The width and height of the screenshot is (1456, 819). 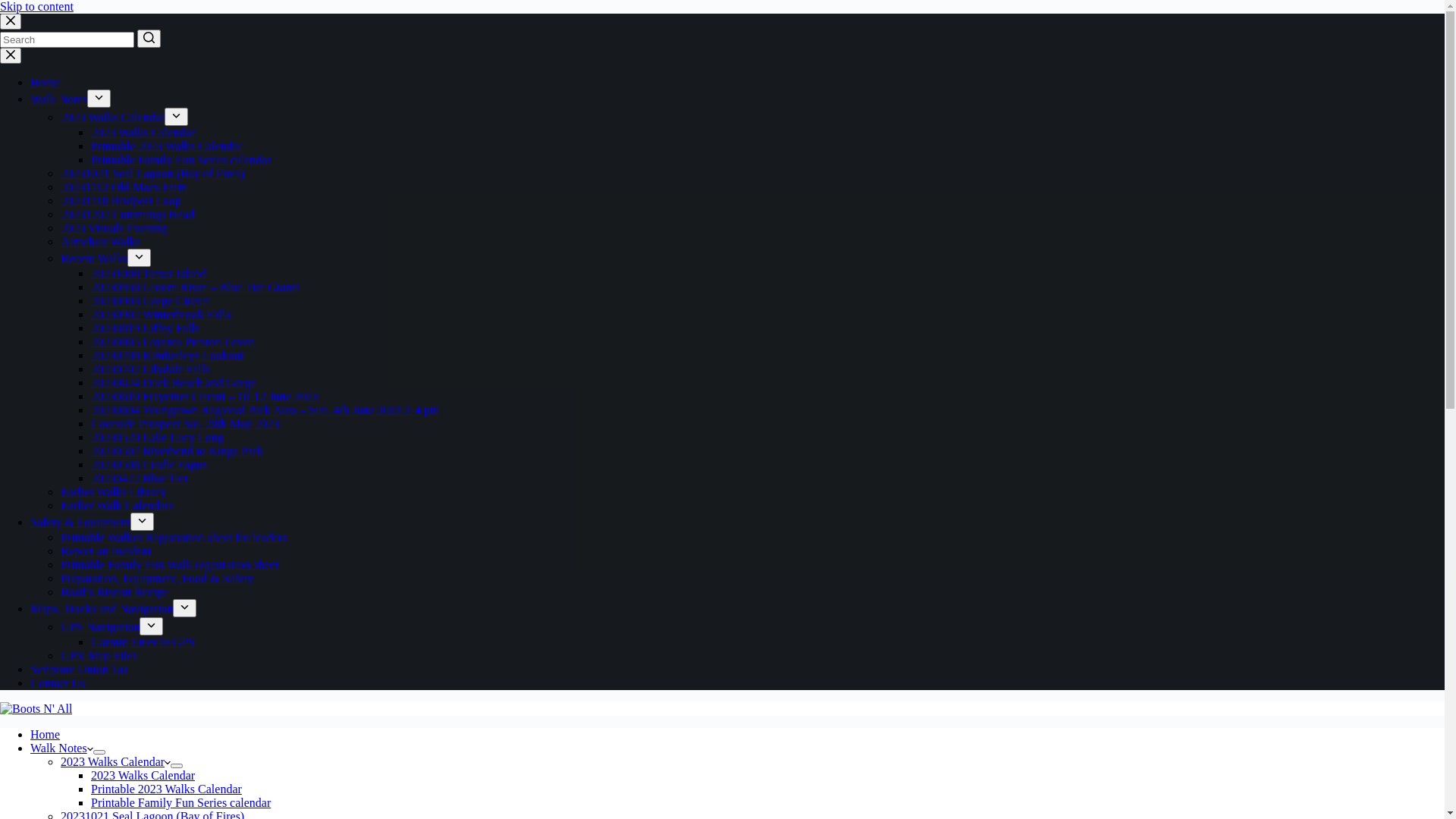 I want to click on 'Report an Incident', so click(x=105, y=551).